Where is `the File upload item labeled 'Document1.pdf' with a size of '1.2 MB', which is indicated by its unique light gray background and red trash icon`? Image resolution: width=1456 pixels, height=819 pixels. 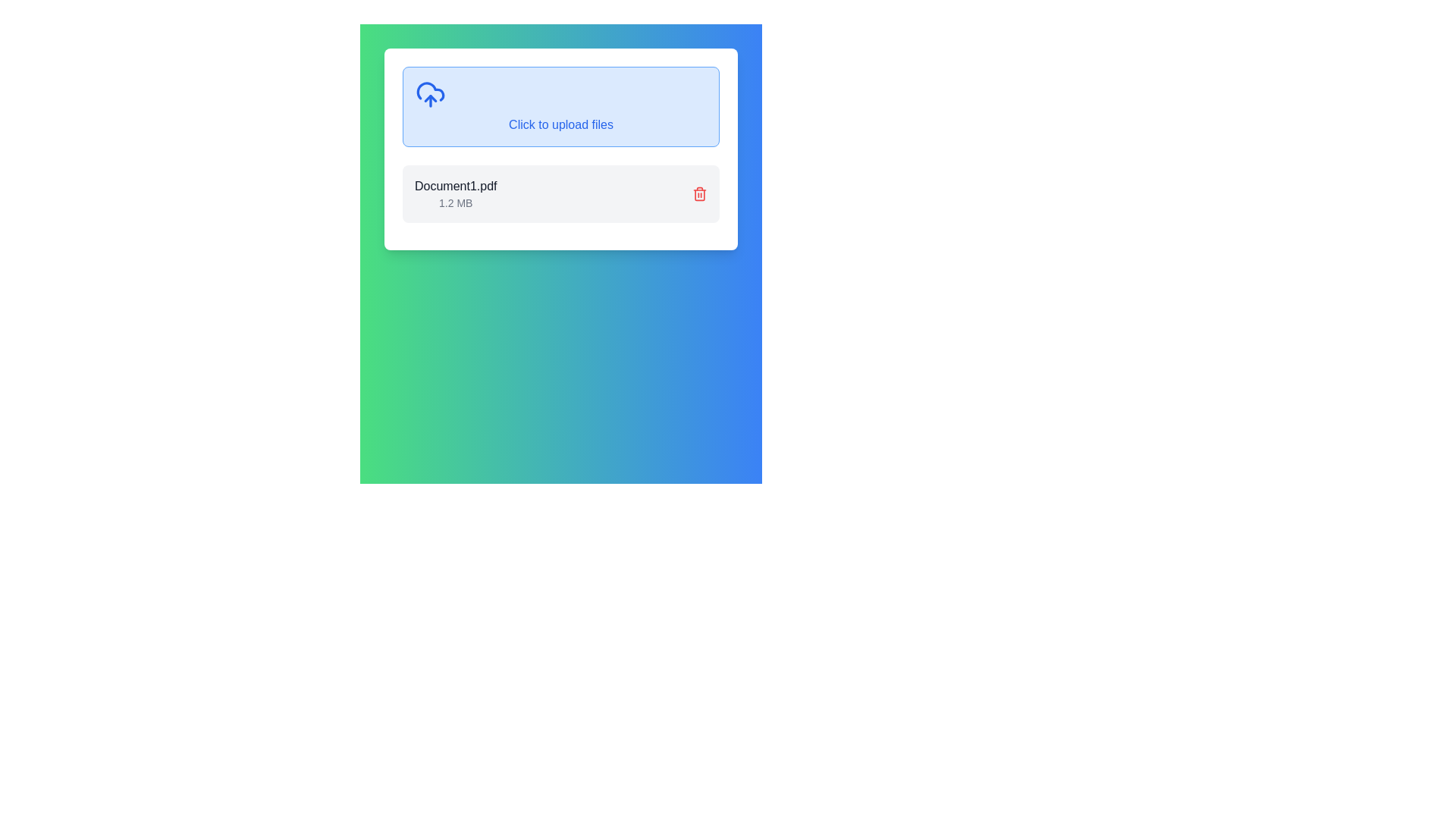 the File upload item labeled 'Document1.pdf' with a size of '1.2 MB', which is indicated by its unique light gray background and red trash icon is located at coordinates (560, 193).